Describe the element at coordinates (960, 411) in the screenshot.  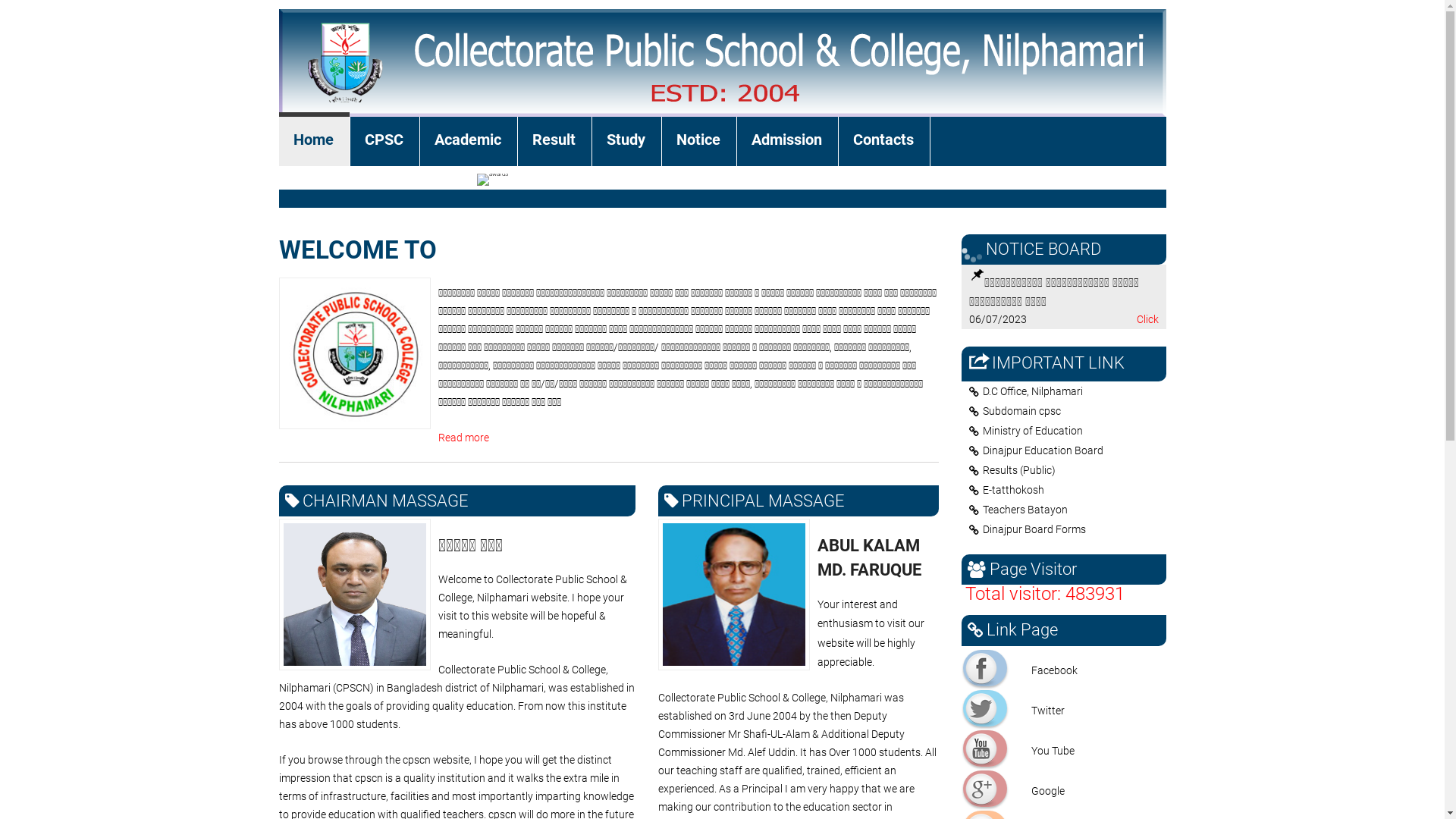
I see `'Subdomain cpsc'` at that location.